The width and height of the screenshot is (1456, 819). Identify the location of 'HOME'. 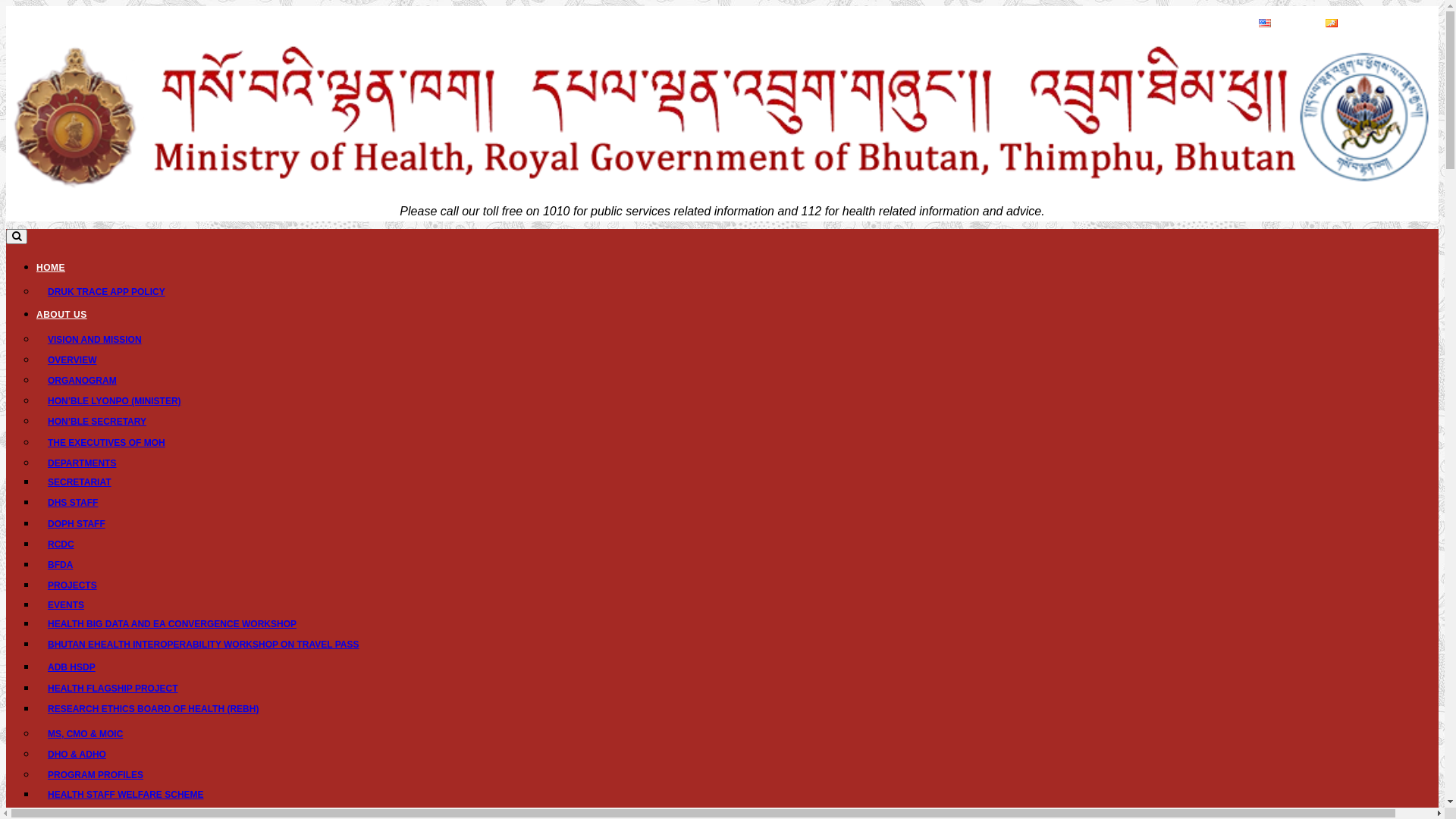
(51, 267).